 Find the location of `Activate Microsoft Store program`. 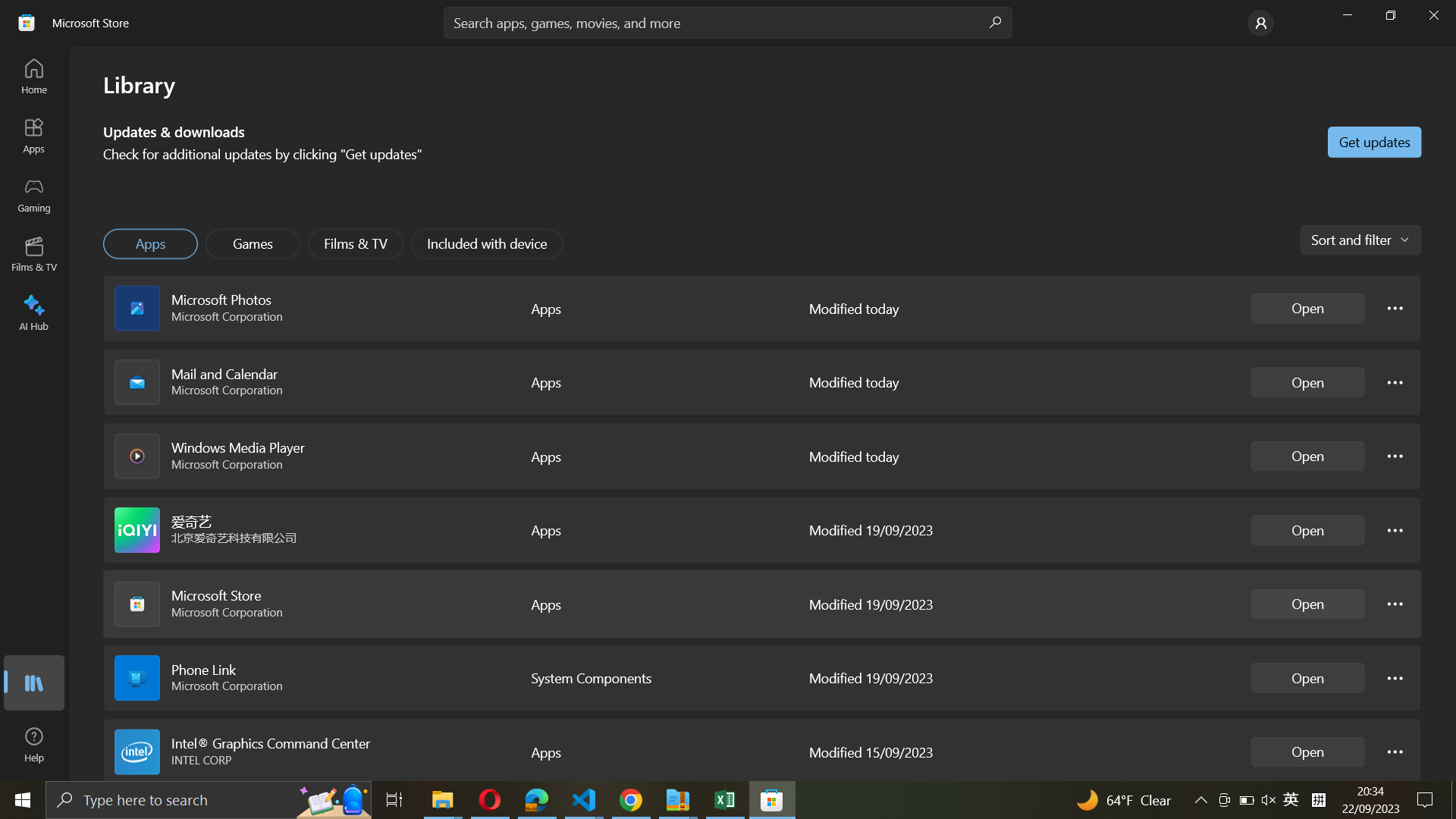

Activate Microsoft Store program is located at coordinates (1307, 604).